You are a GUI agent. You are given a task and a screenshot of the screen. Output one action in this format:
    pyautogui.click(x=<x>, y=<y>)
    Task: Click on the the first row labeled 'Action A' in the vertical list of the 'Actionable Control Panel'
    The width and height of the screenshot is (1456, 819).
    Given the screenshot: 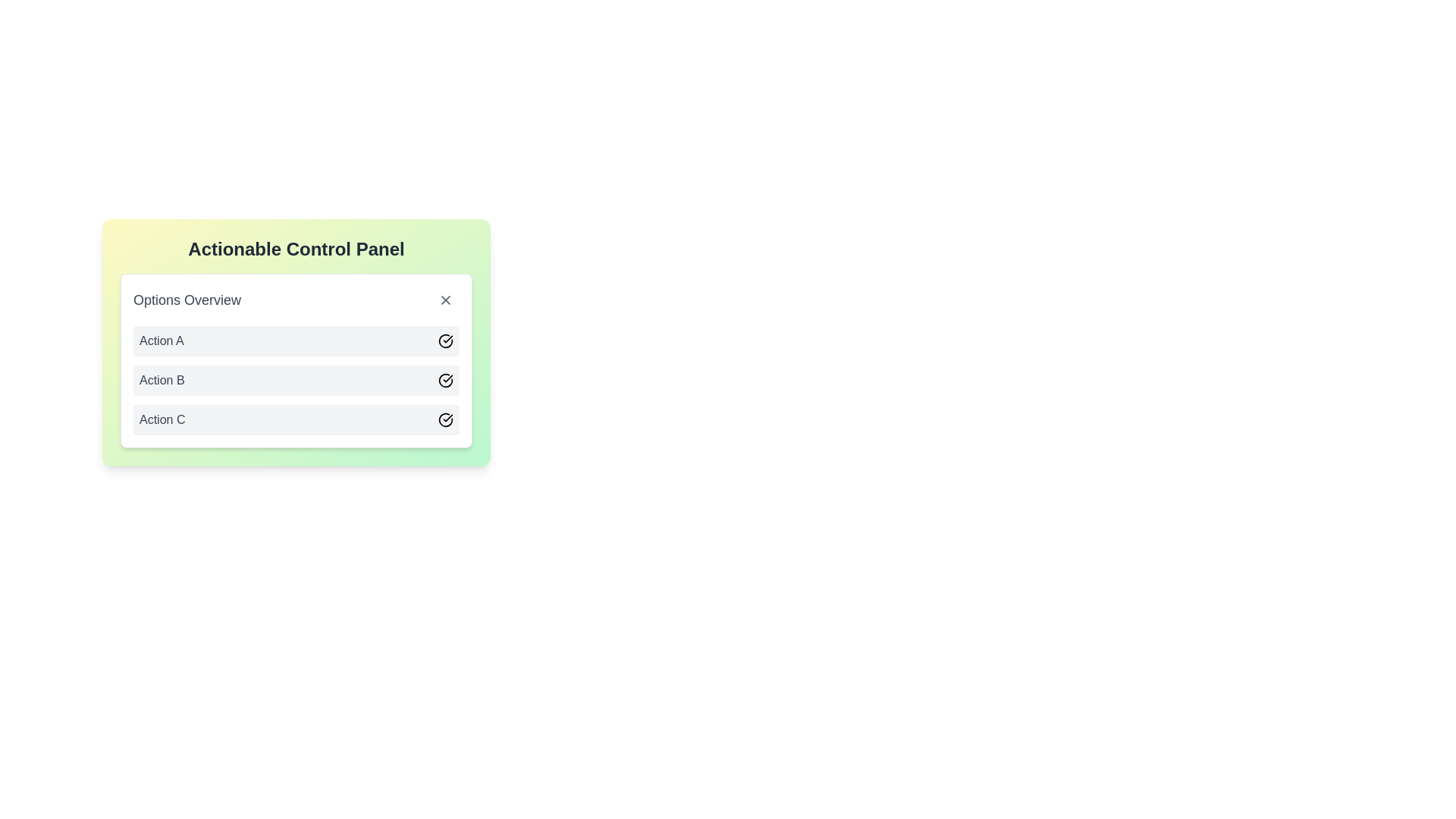 What is the action you would take?
    pyautogui.click(x=296, y=341)
    